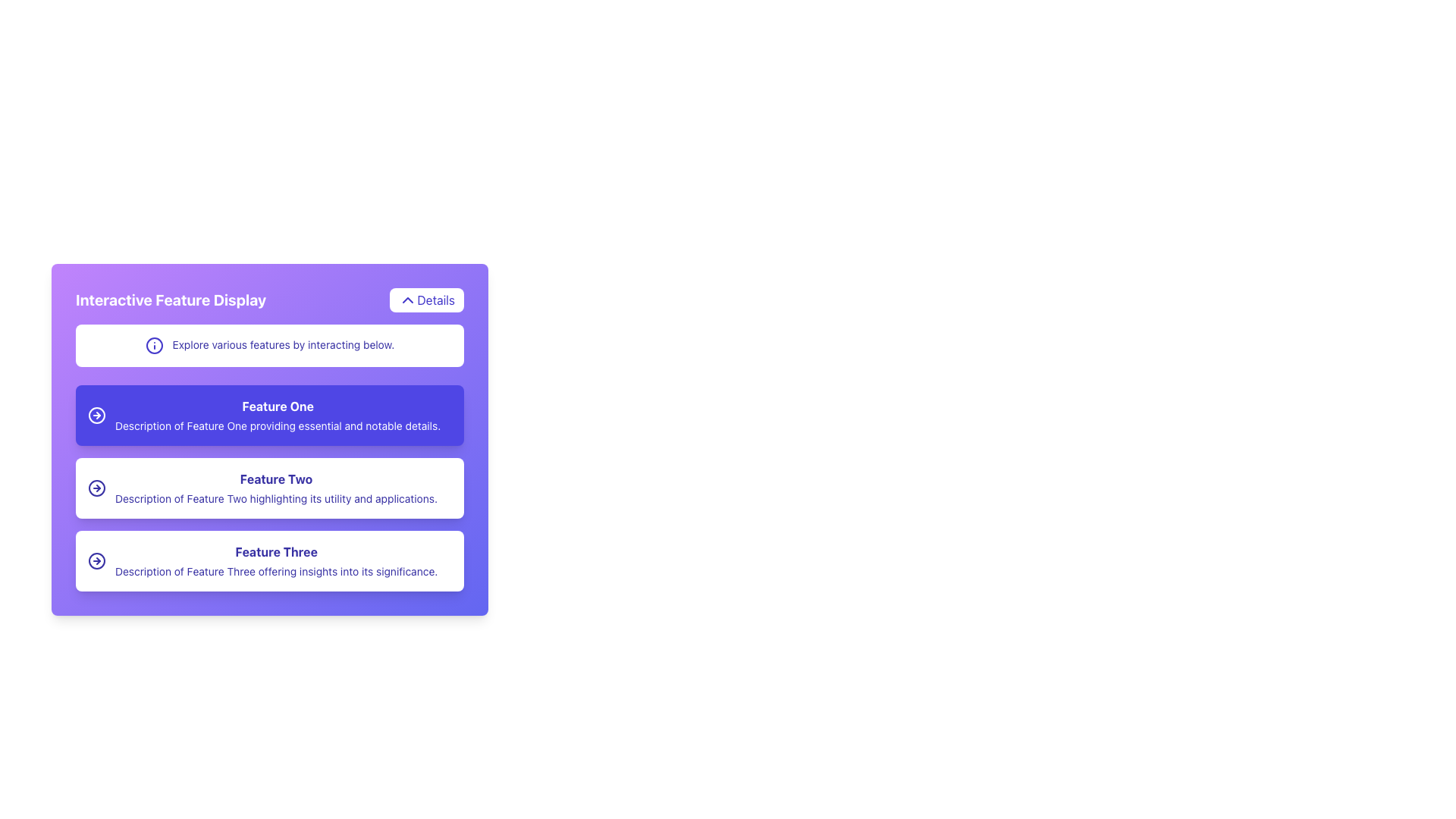 Image resolution: width=1456 pixels, height=819 pixels. What do you see at coordinates (154, 345) in the screenshot?
I see `the SVG Circle element, which is a circular shape with a border located to the left of the text line 'Explore various features by interacting below.'` at bounding box center [154, 345].